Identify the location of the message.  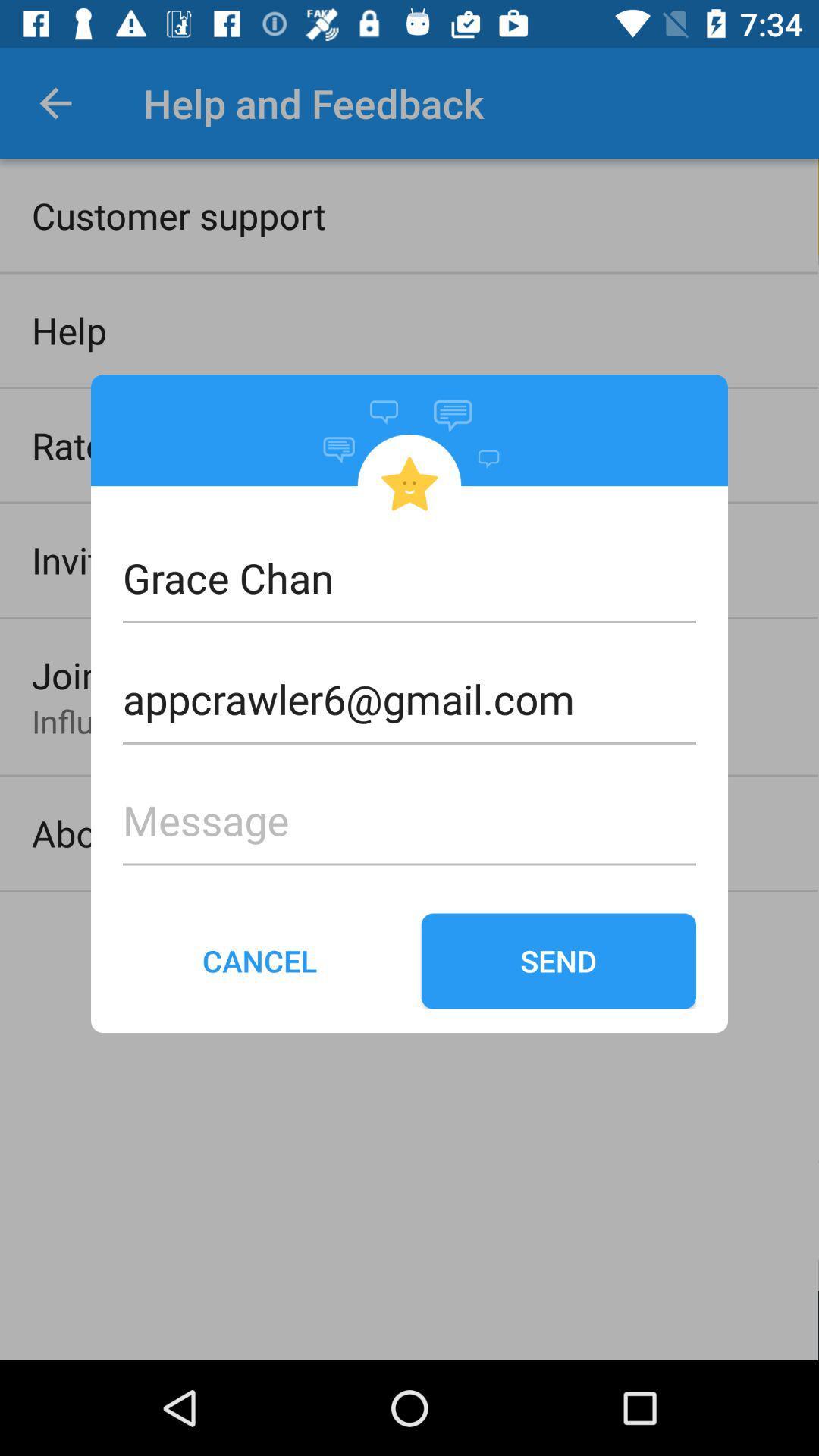
(409, 795).